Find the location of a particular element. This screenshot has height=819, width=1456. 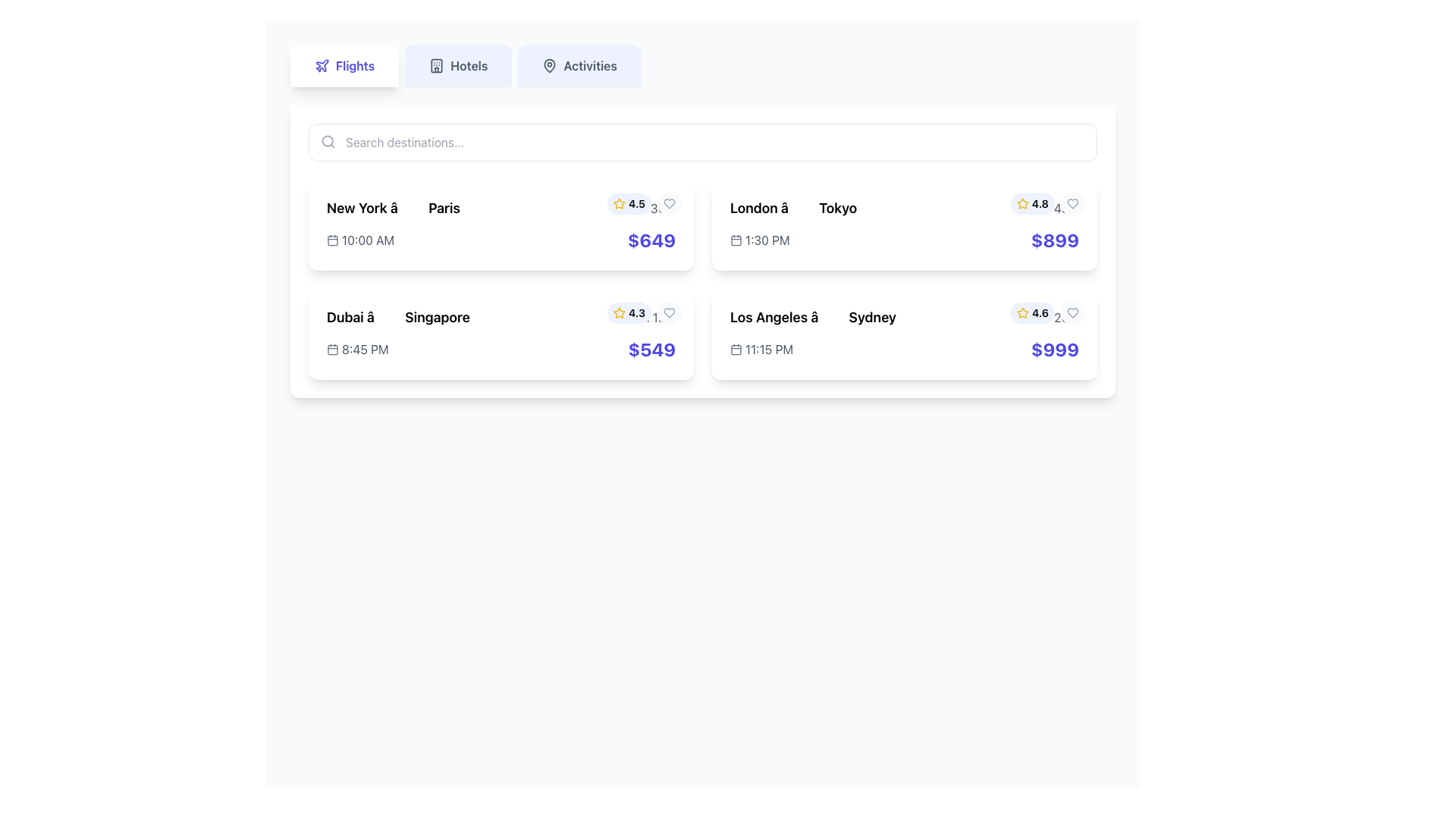

the star icon with a yellow color and thin black outline, located within a light indigo badge that contains the text '4.8' in bold, positioned in the top right section of the 'London to Tokyo' card is located at coordinates (1022, 203).